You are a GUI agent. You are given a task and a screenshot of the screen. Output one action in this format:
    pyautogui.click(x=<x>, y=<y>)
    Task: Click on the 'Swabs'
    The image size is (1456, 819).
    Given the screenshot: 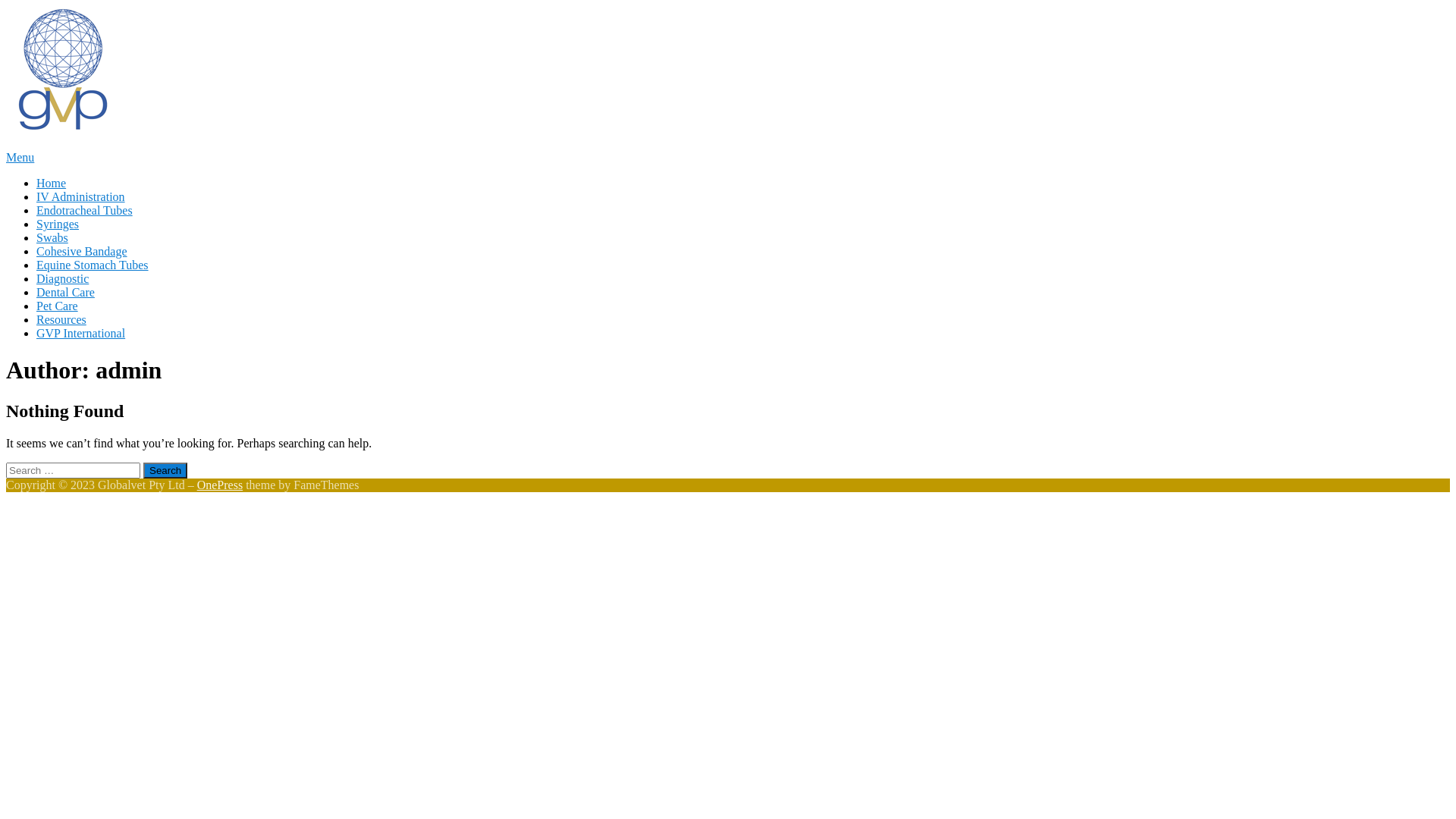 What is the action you would take?
    pyautogui.click(x=36, y=237)
    